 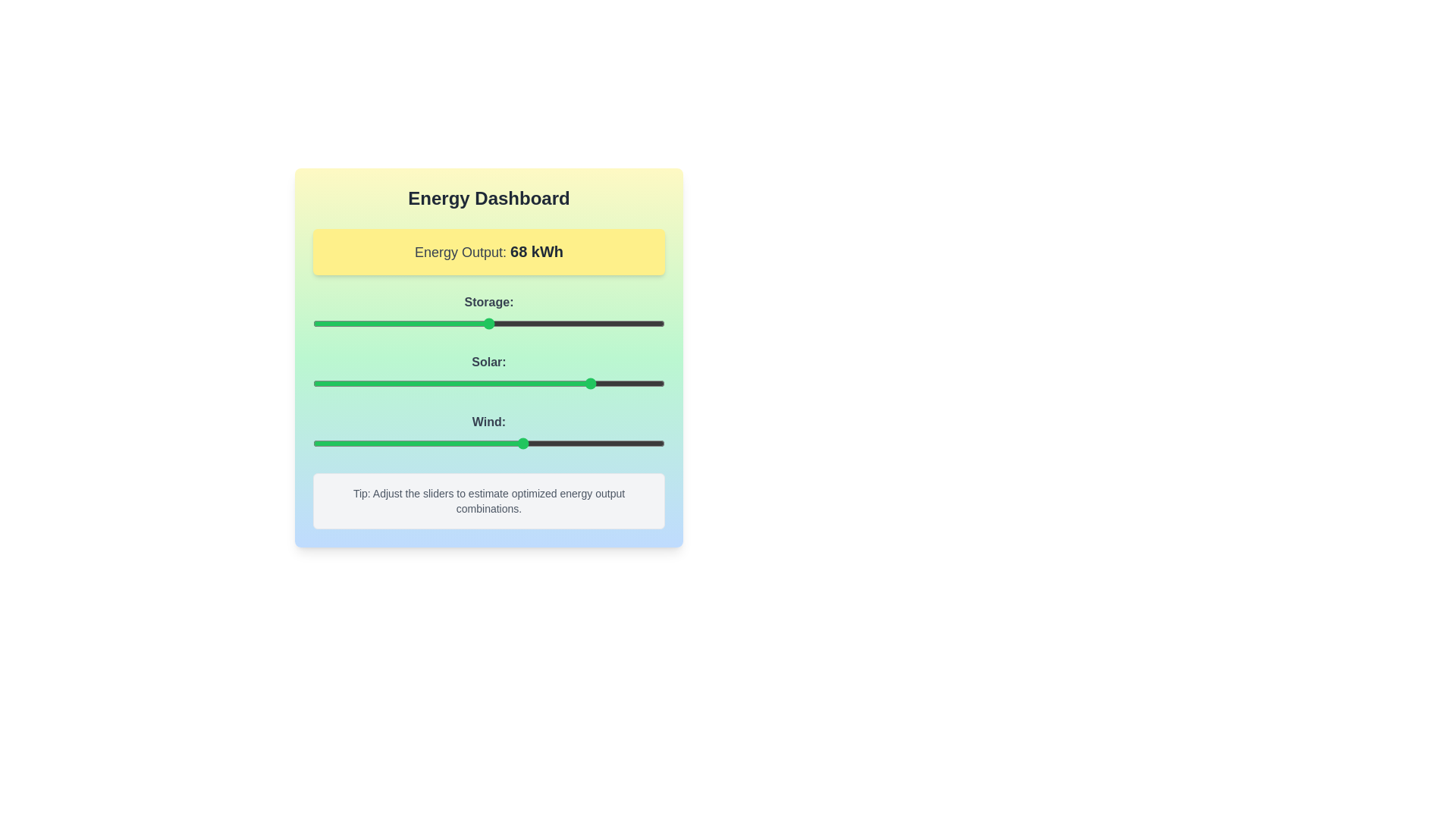 I want to click on the 'Storage' slider to 80, so click(x=594, y=323).